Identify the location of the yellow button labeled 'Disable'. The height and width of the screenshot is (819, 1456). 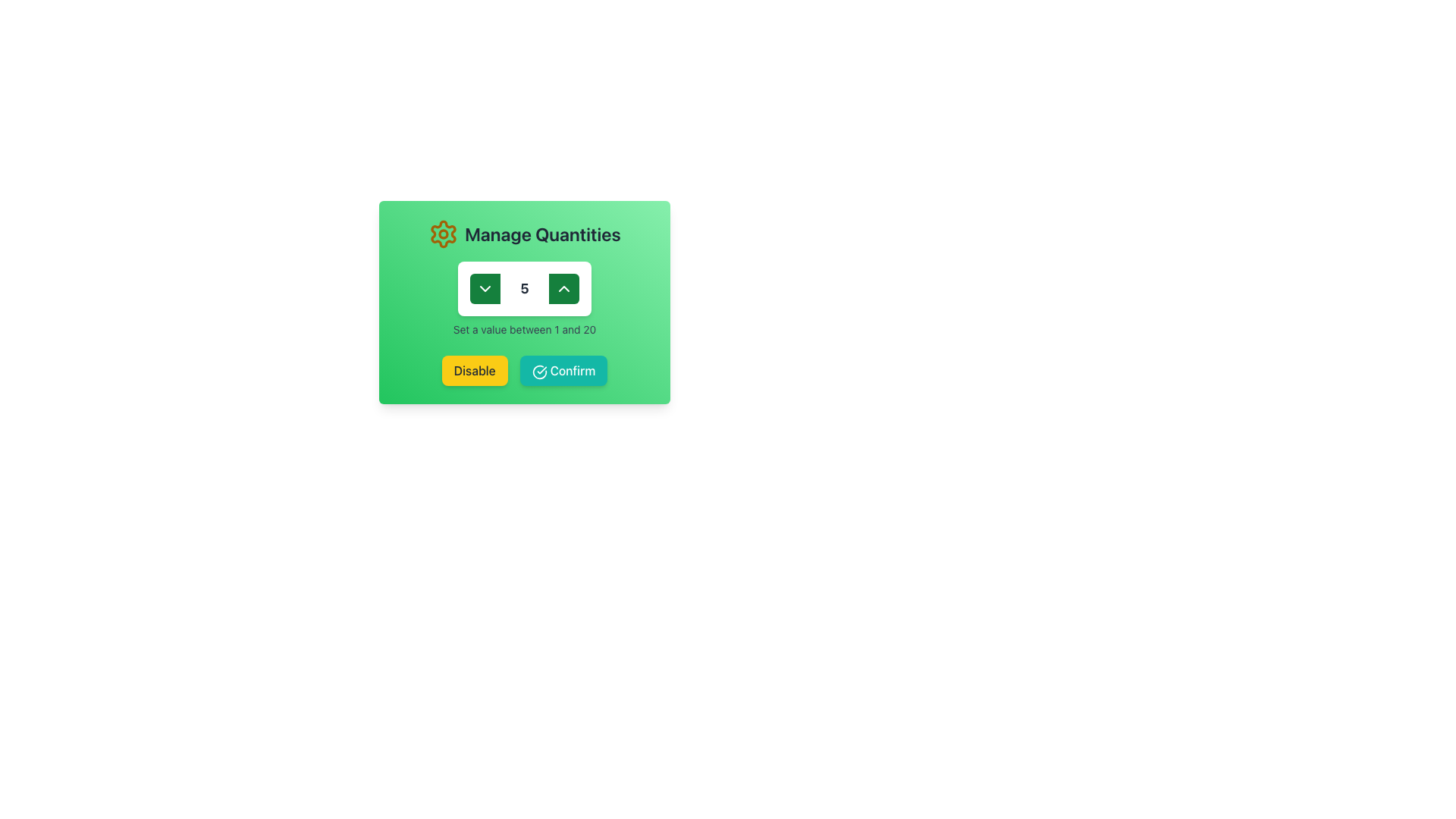
(473, 371).